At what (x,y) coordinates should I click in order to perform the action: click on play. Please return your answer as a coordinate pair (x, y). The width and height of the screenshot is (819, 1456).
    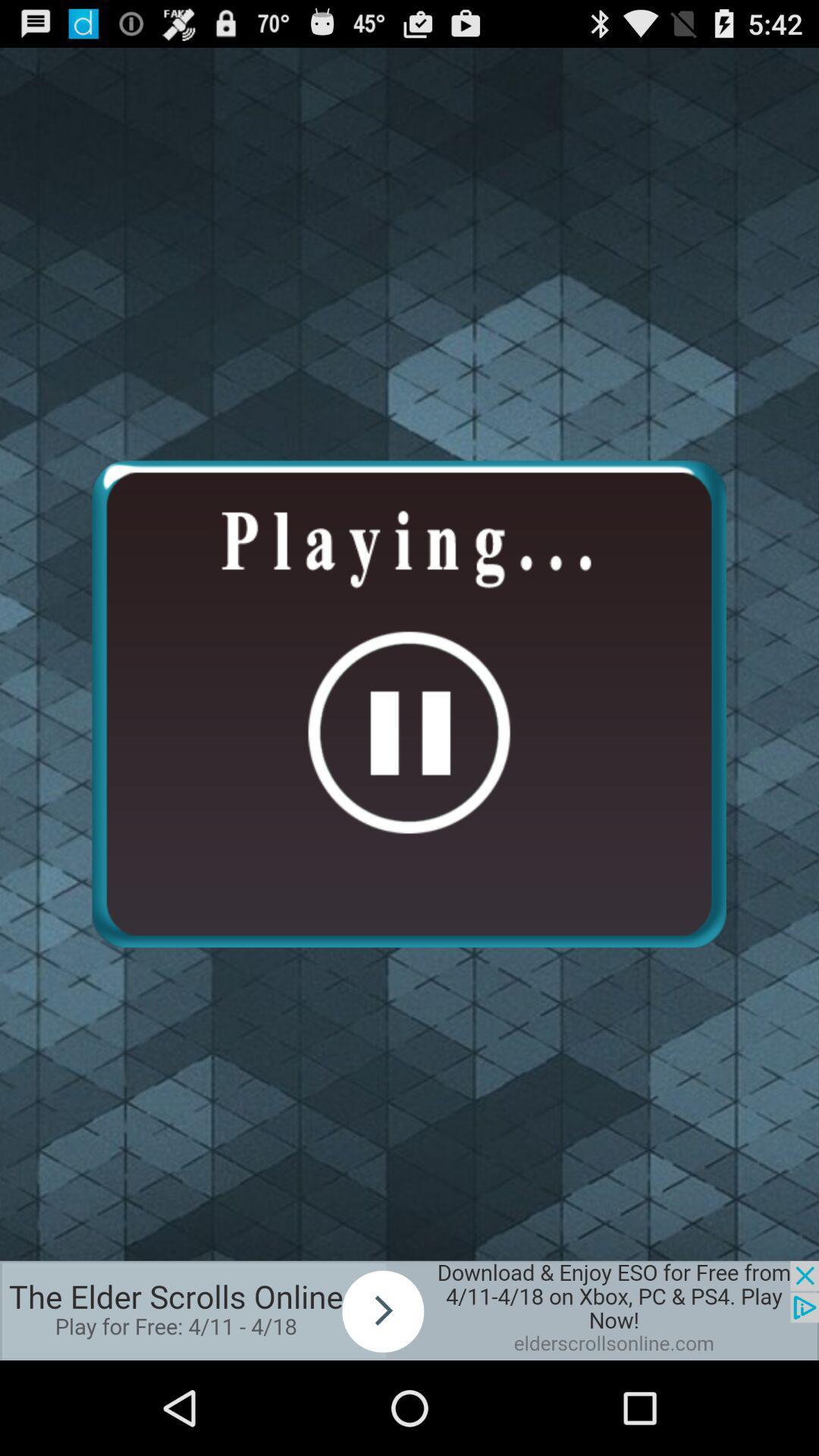
    Looking at the image, I should click on (409, 1310).